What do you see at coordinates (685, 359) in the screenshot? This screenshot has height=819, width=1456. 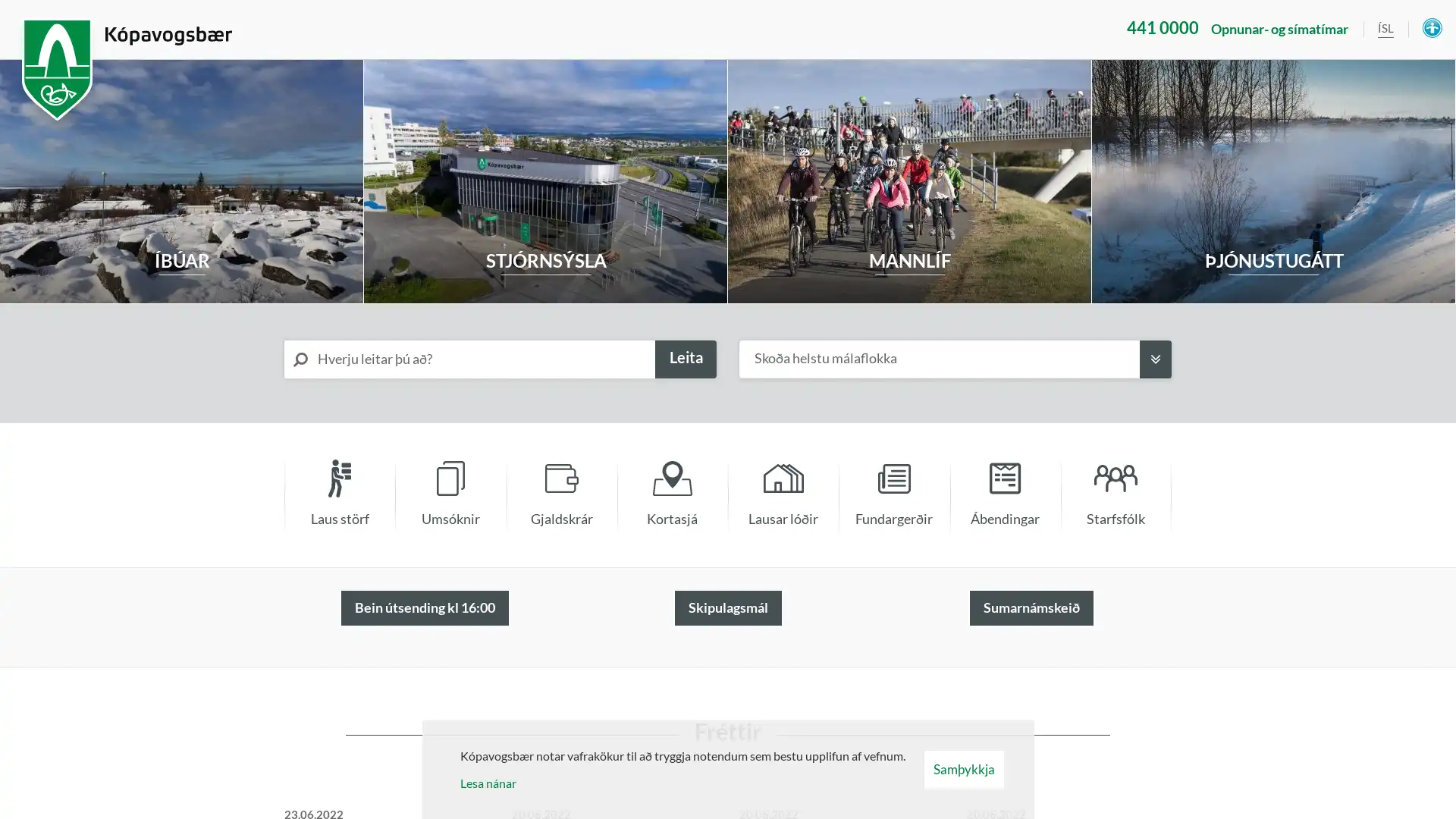 I see `Leita` at bounding box center [685, 359].